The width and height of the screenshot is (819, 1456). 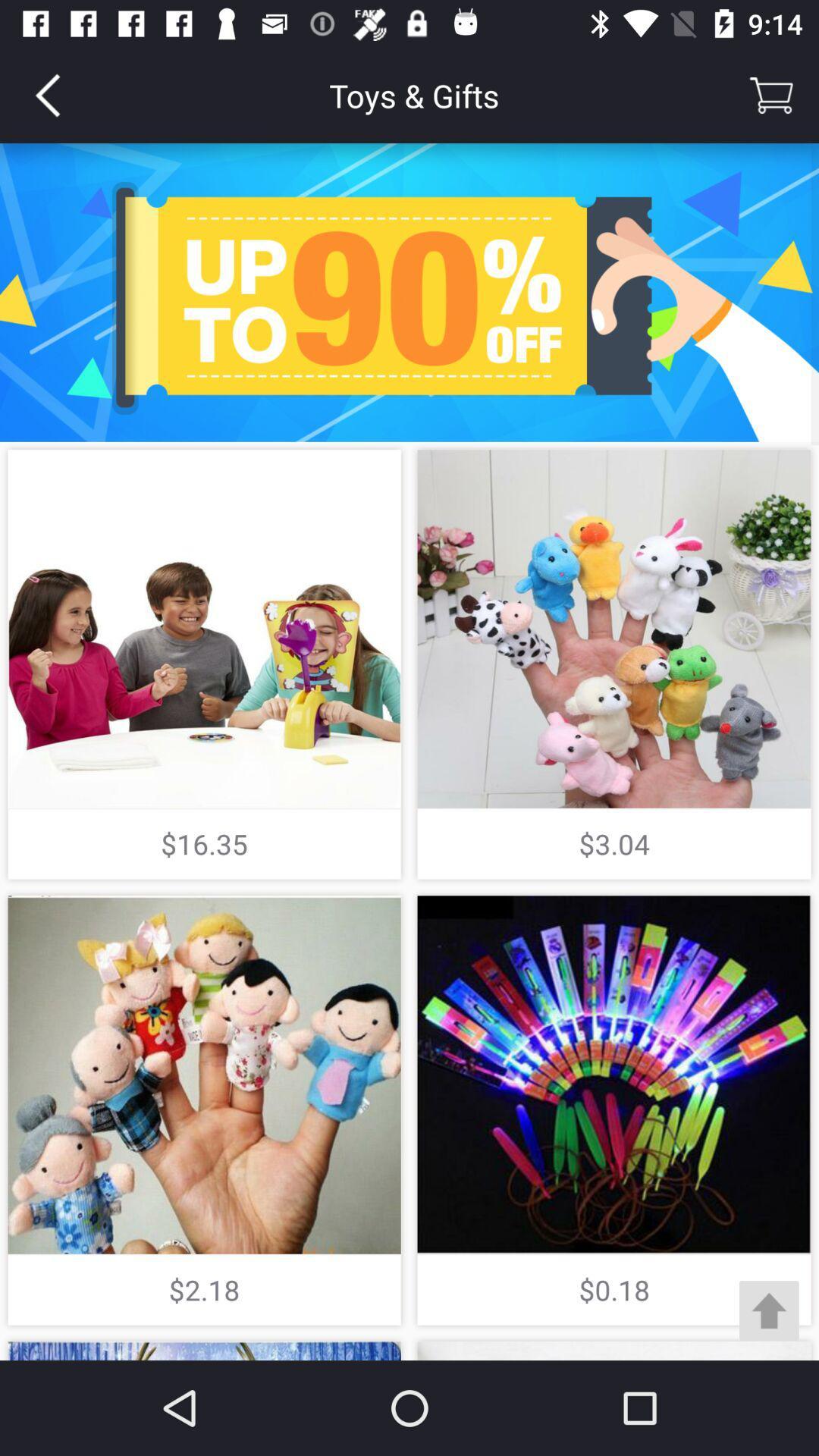 What do you see at coordinates (769, 1310) in the screenshot?
I see `item to the right of $2.18` at bounding box center [769, 1310].